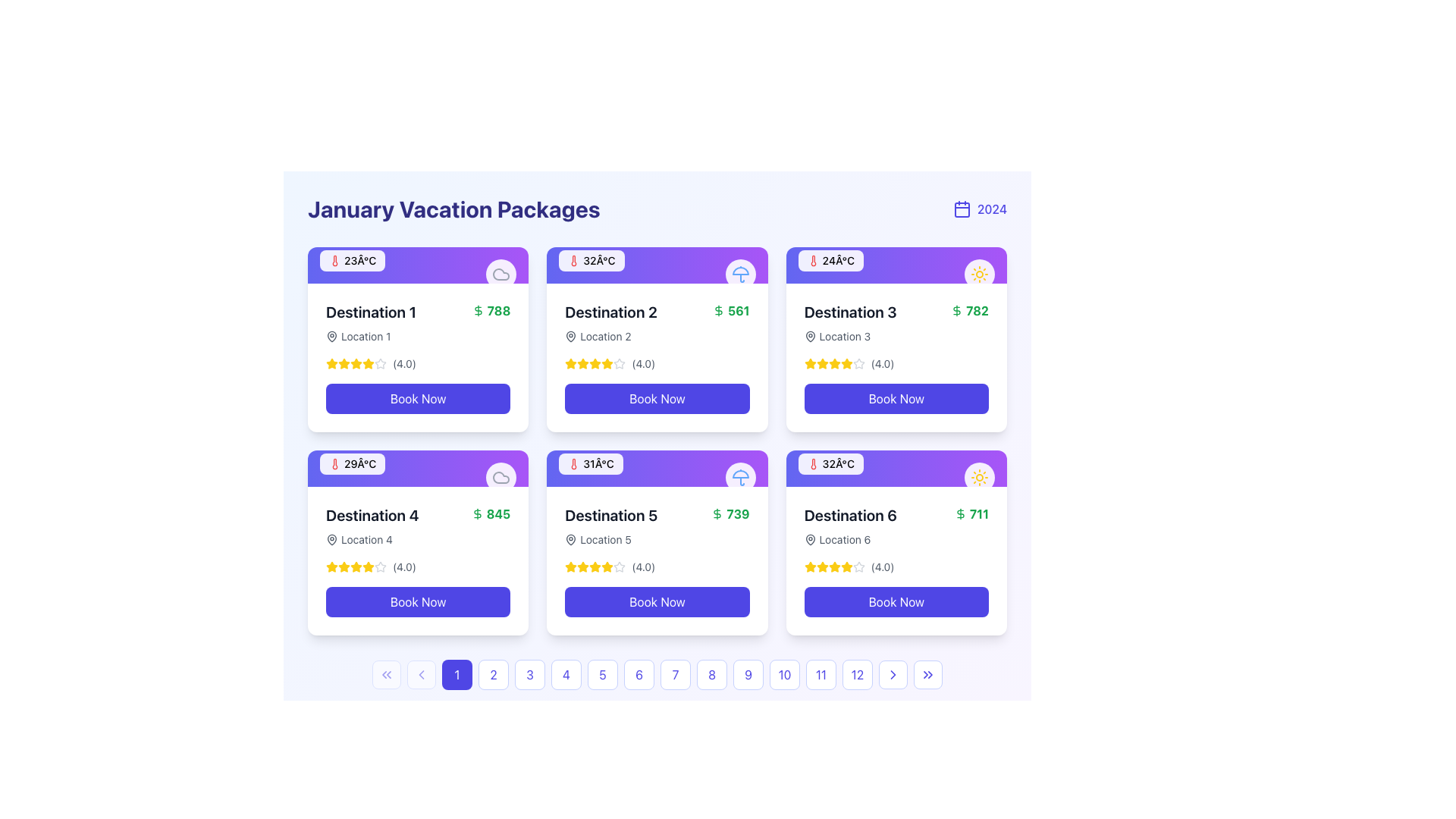 This screenshot has width=1456, height=819. What do you see at coordinates (498, 309) in the screenshot?
I see `the text label displaying the price associated with the vacation package in the first card labeled 'Destination 1', located next to the green dollar symbol` at bounding box center [498, 309].